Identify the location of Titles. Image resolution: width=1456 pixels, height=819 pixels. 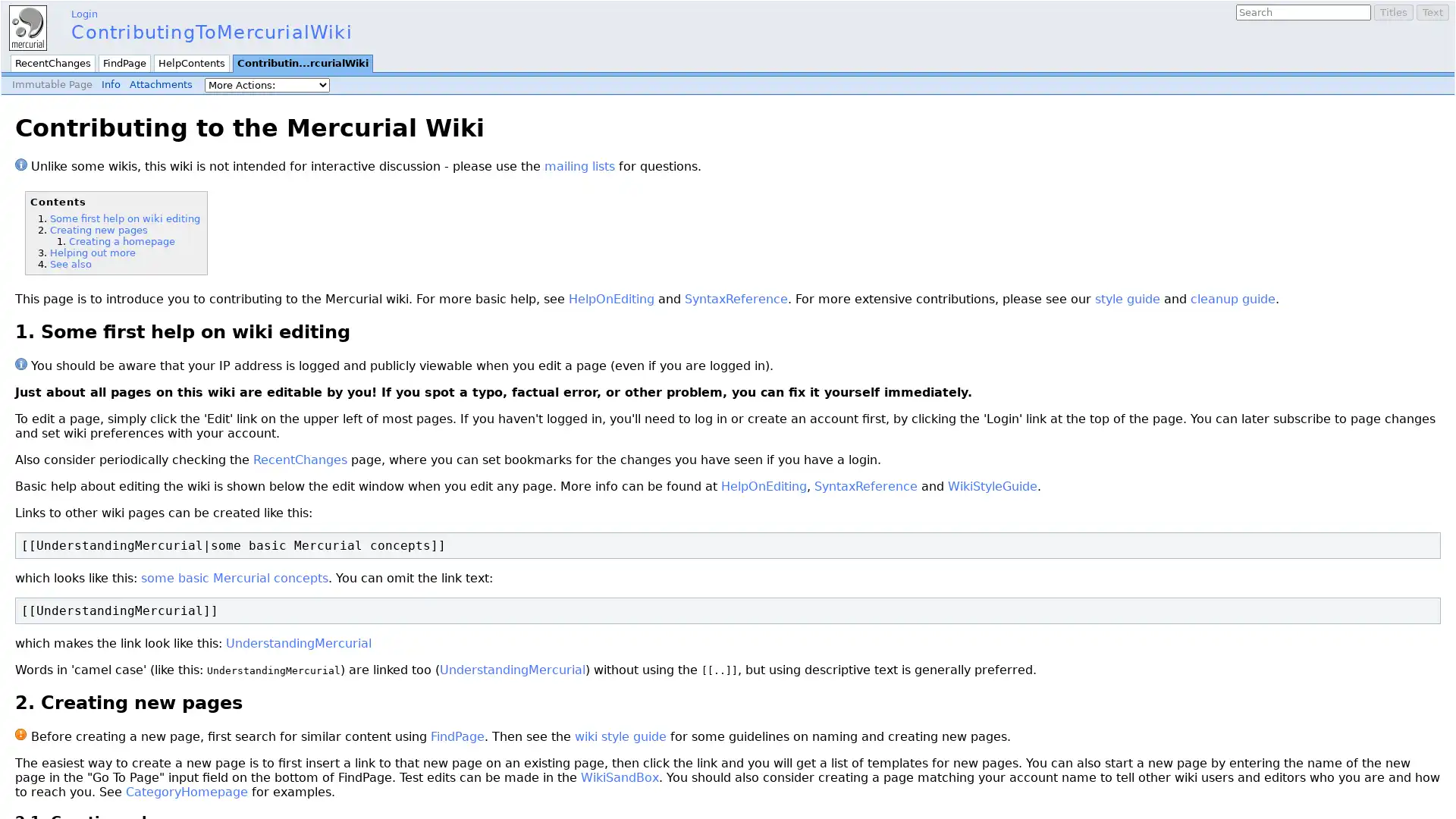
(1394, 12).